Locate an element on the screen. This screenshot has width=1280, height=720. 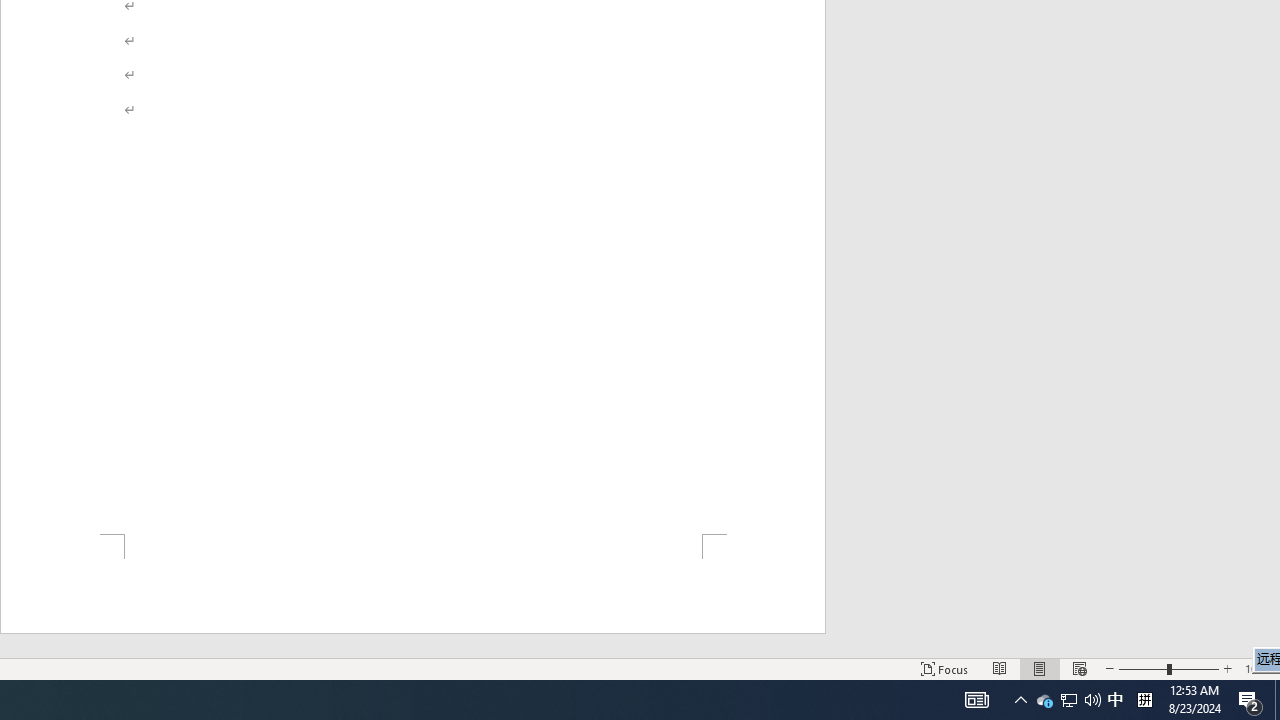
'Zoom Out' is located at coordinates (1143, 669).